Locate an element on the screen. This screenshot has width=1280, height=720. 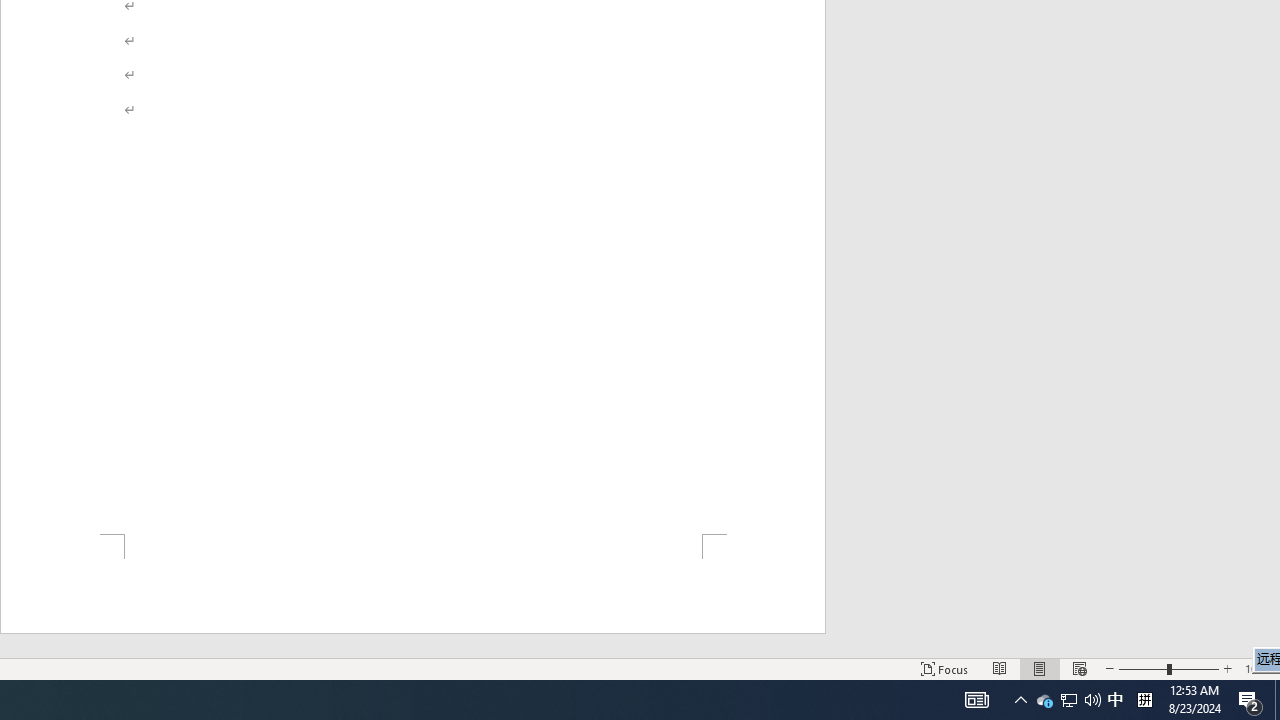
'Zoom Out' is located at coordinates (1143, 669).